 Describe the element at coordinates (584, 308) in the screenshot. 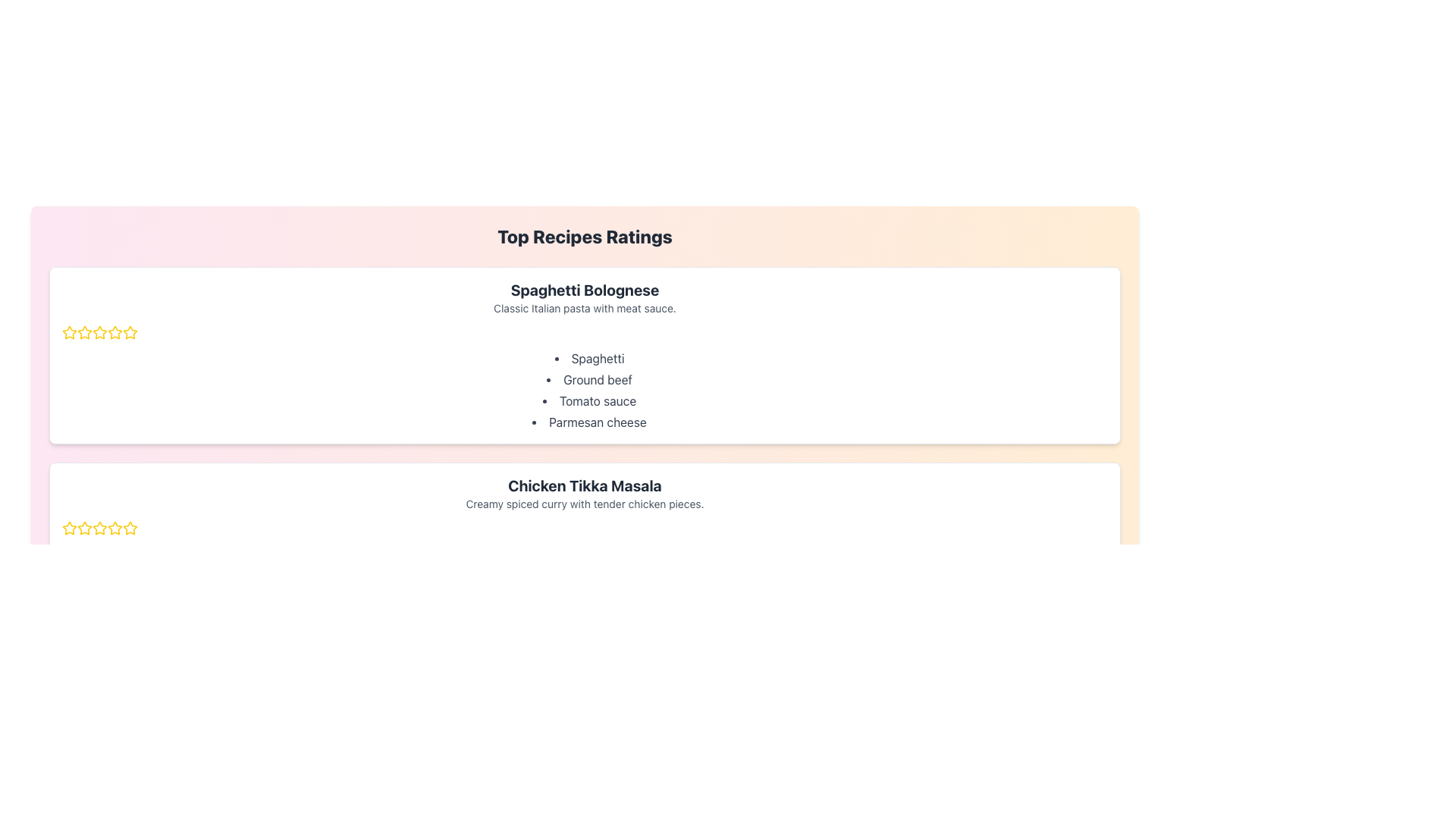

I see `the static text element located below the heading 'Spaghetti Bolognese' in the card component` at that location.